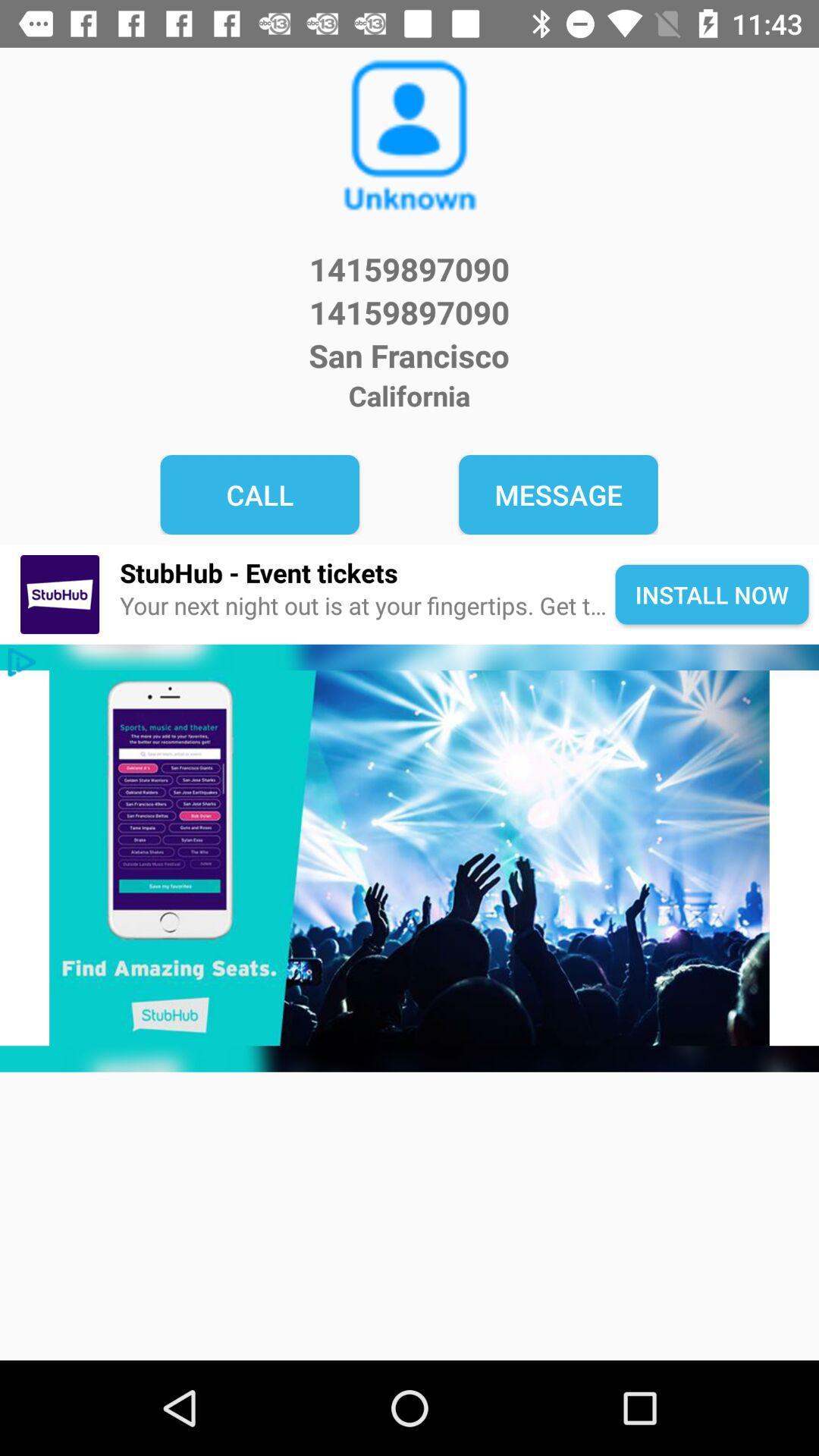 The image size is (819, 1456). What do you see at coordinates (558, 494) in the screenshot?
I see `the icon below the california icon` at bounding box center [558, 494].